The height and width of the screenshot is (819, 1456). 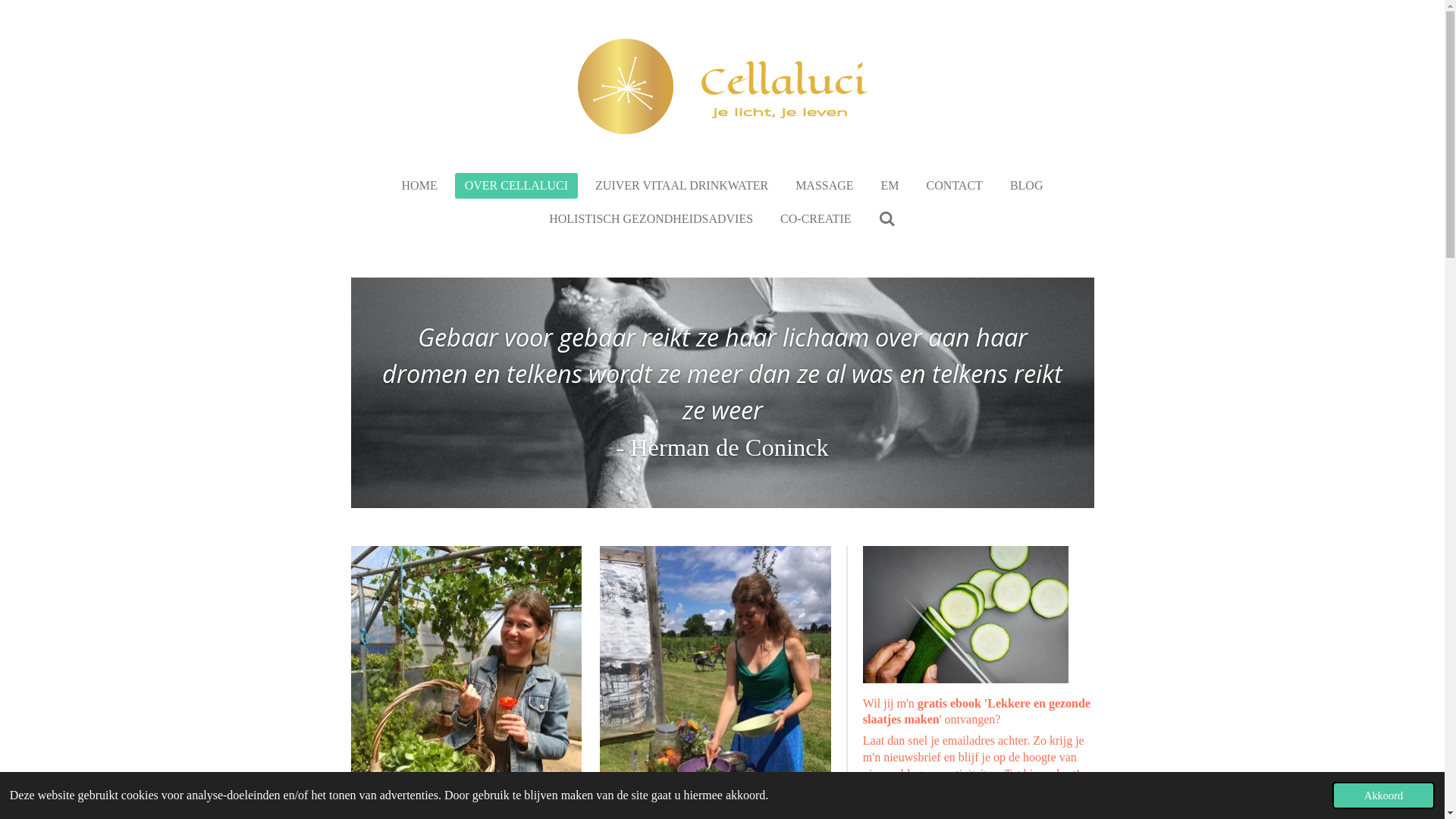 What do you see at coordinates (1026, 185) in the screenshot?
I see `'BLOG'` at bounding box center [1026, 185].